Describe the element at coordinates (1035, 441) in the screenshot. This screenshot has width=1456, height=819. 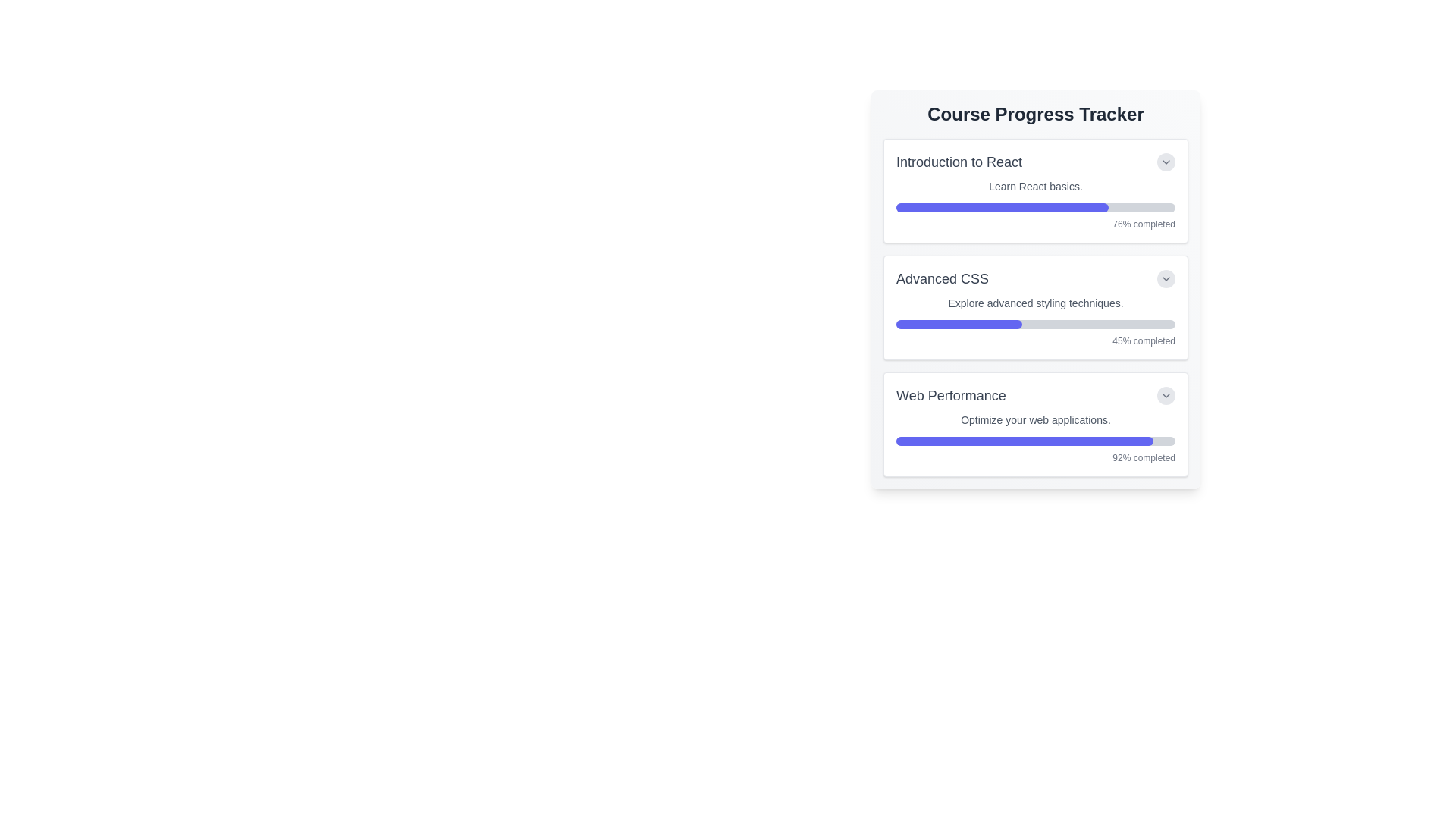
I see `the horizontal progress bar in the 'Web Performance' card, which indicates 92% progress with a blue filled segment` at that location.